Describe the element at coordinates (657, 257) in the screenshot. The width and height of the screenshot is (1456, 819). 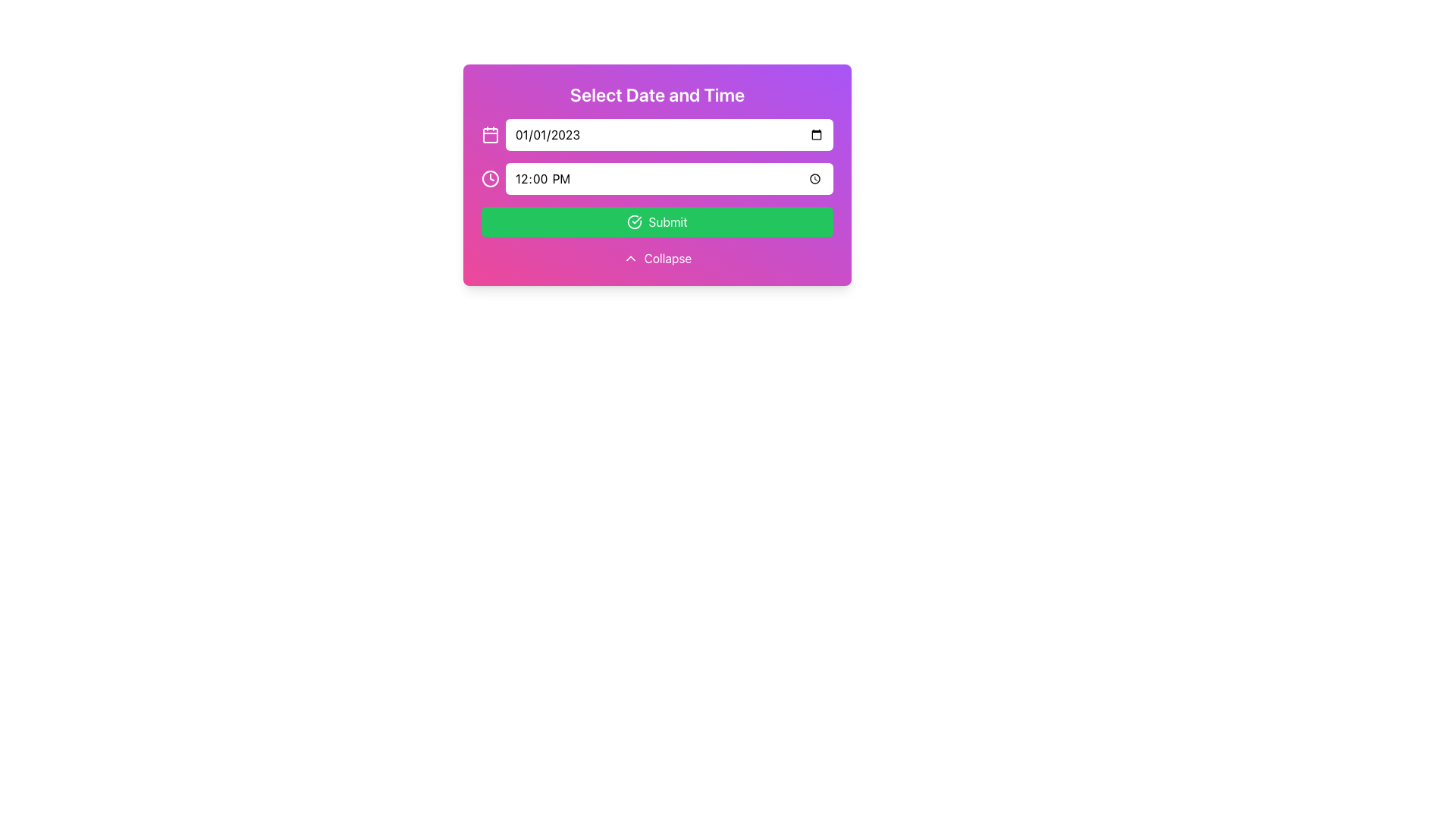
I see `the 'Collapse' button located at the bottom of the purple panel, which features an upward chevron icon and white text` at that location.